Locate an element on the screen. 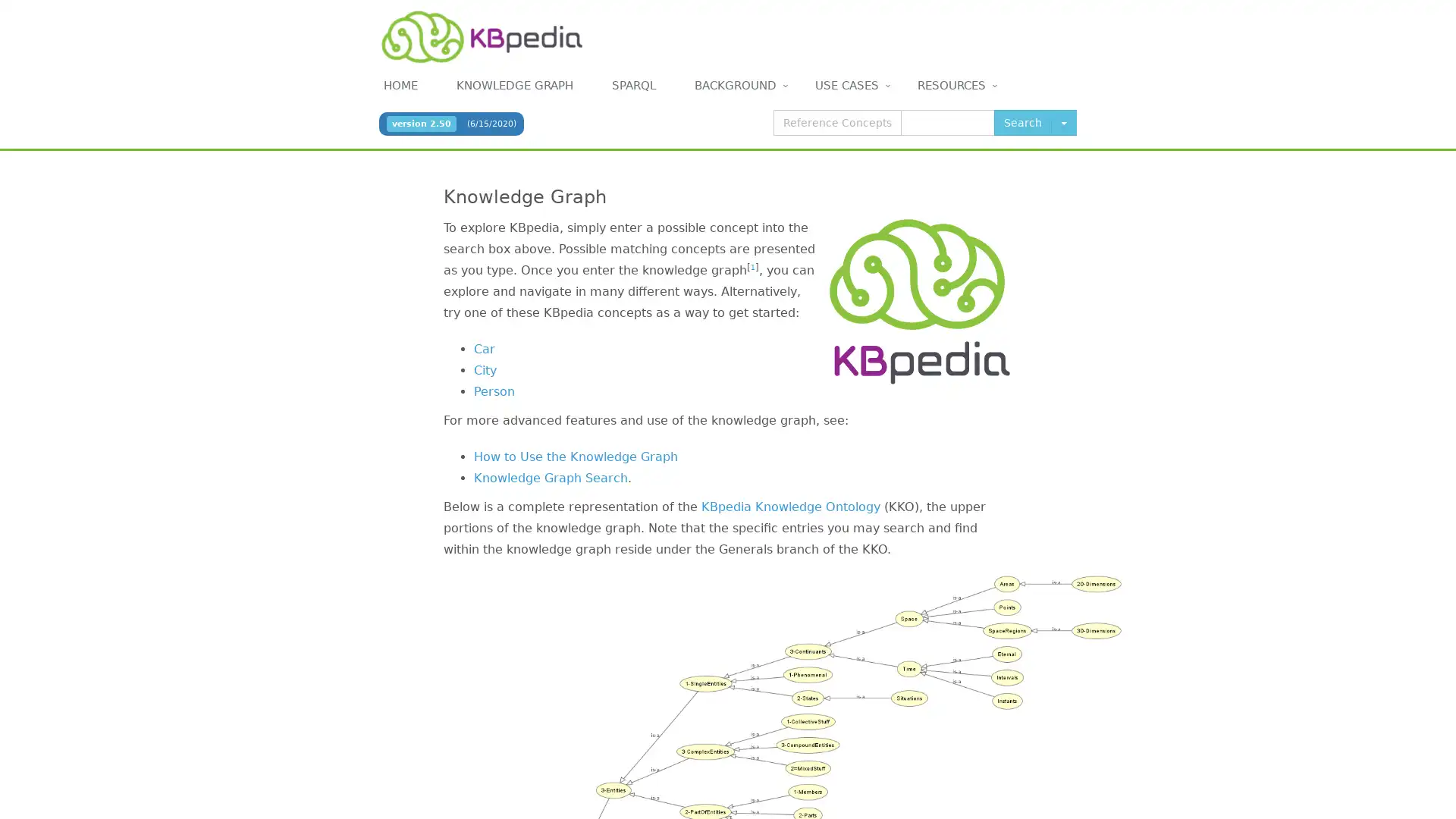 The image size is (1456, 819). Search is located at coordinates (1022, 122).